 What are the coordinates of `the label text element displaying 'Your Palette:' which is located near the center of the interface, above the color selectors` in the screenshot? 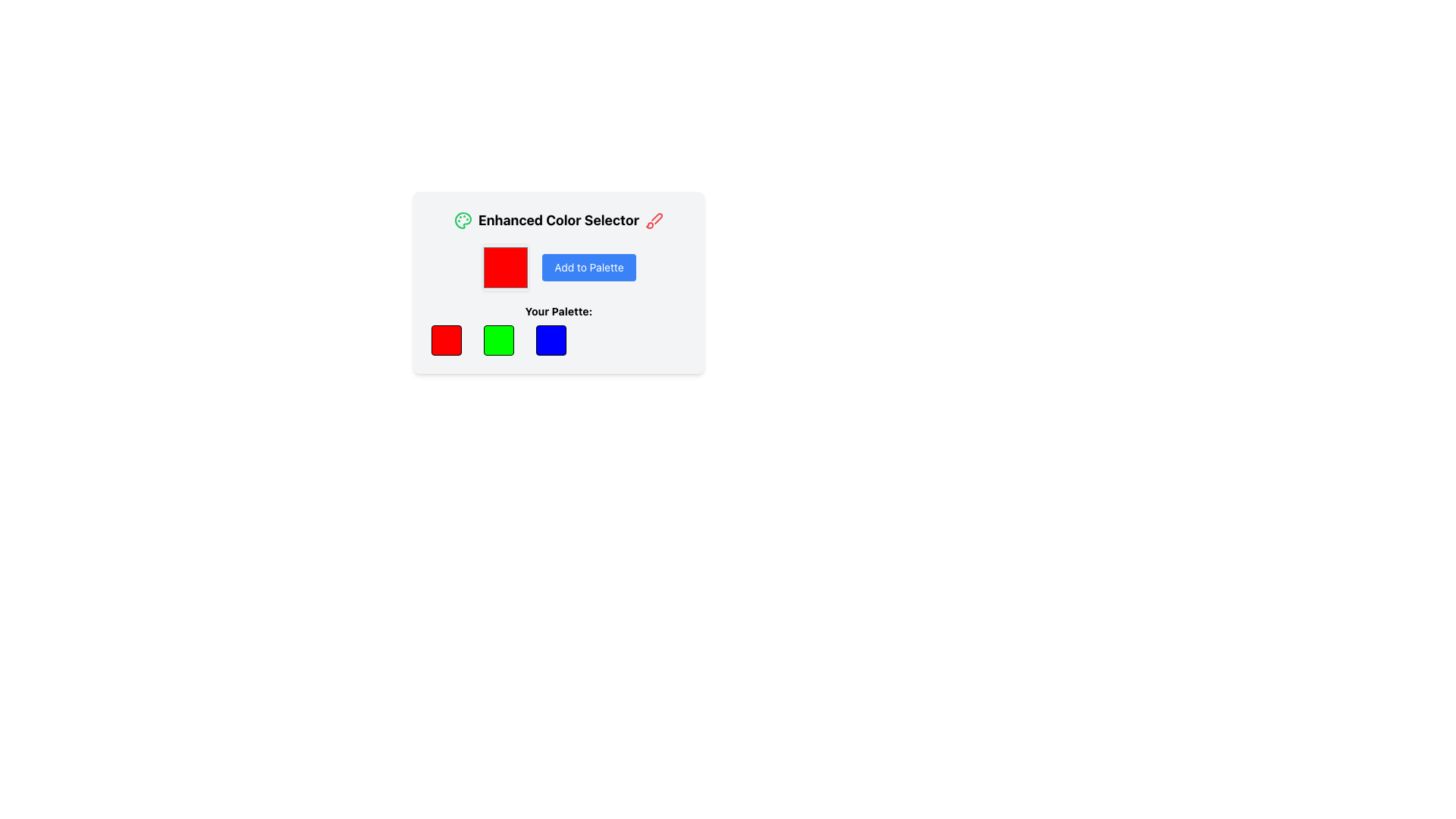 It's located at (558, 311).